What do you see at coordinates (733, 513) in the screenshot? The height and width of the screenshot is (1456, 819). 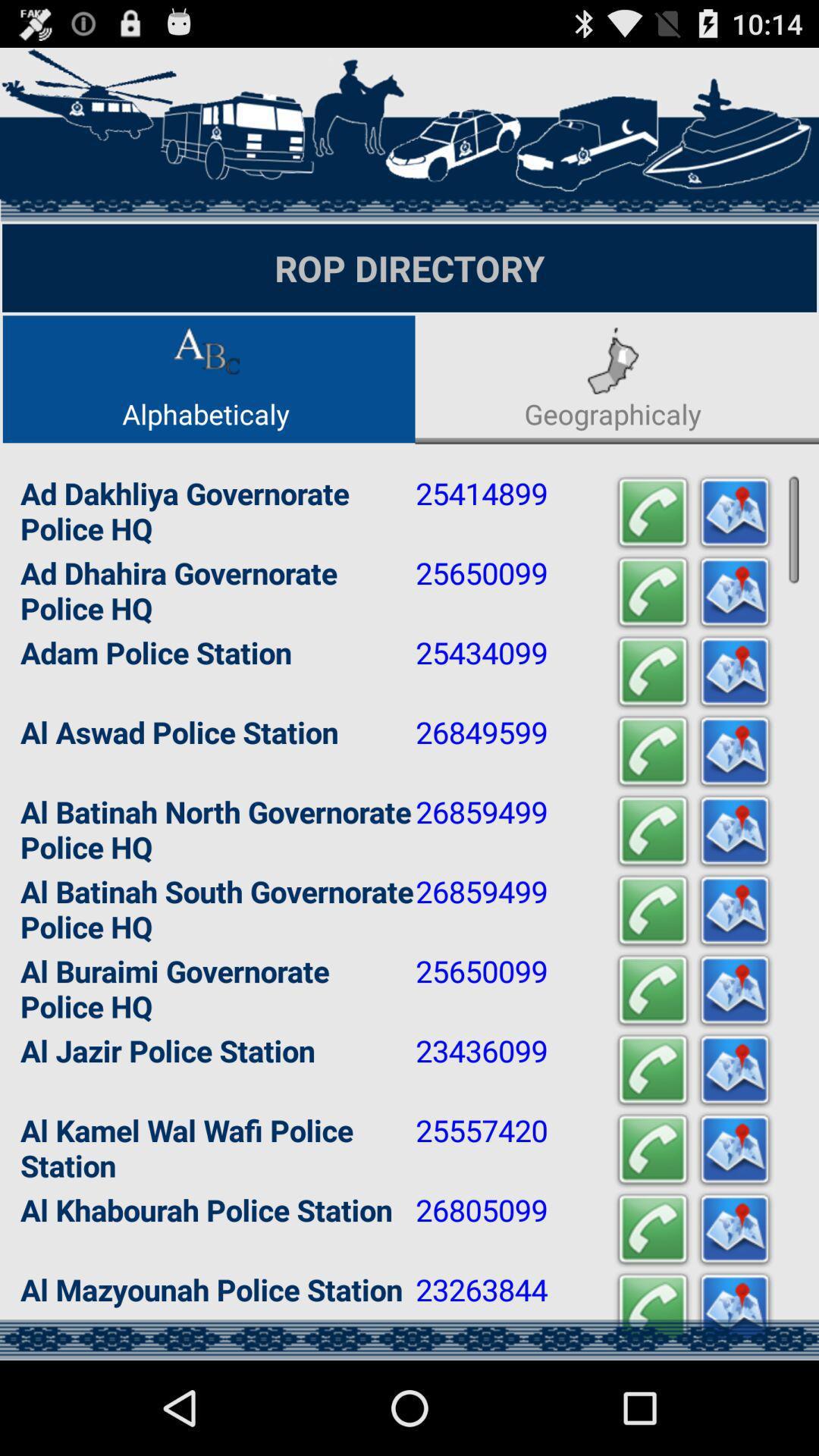 I see `show on map` at bounding box center [733, 513].